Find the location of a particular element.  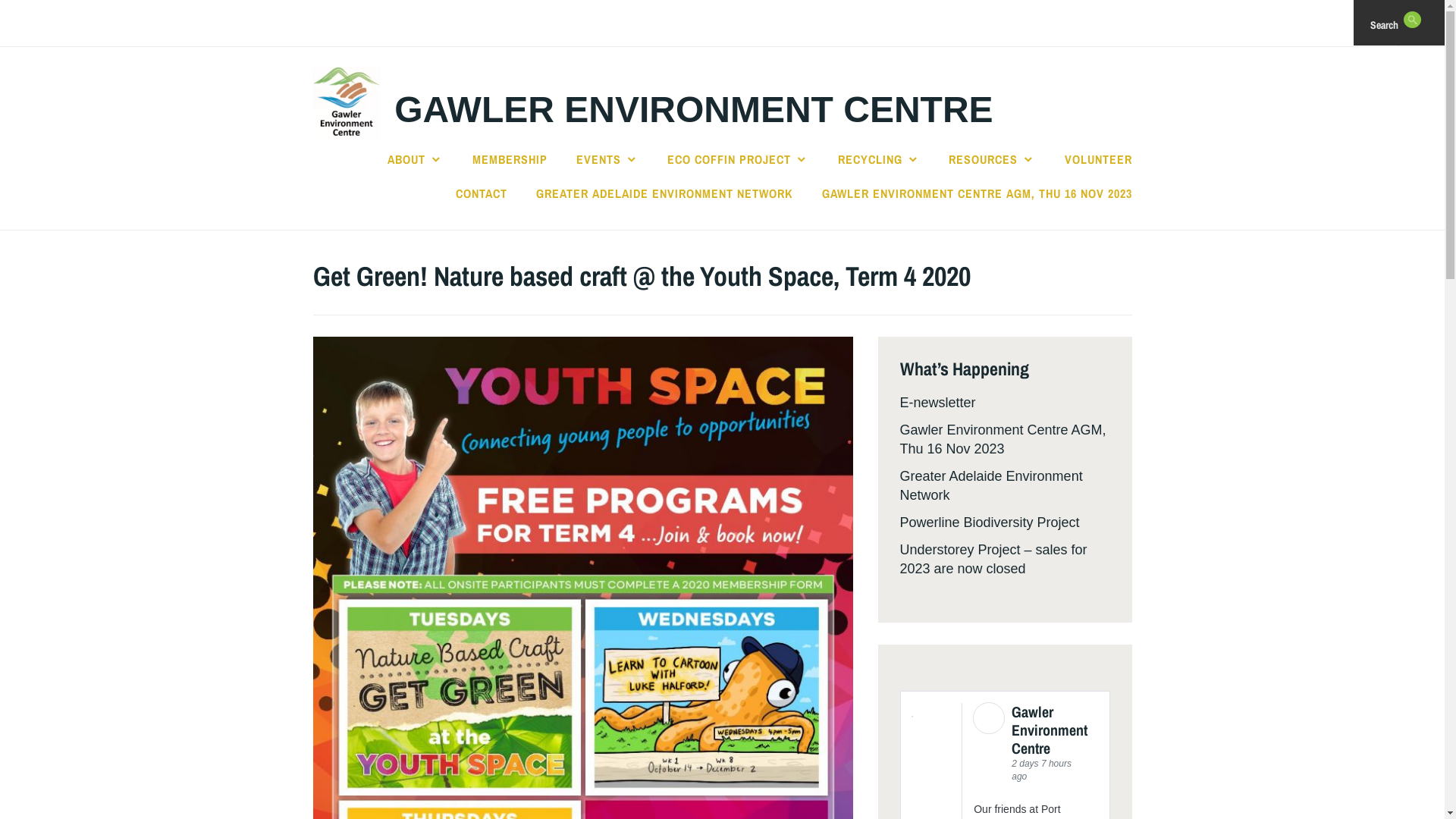

'RECYCLING' is located at coordinates (836, 158).